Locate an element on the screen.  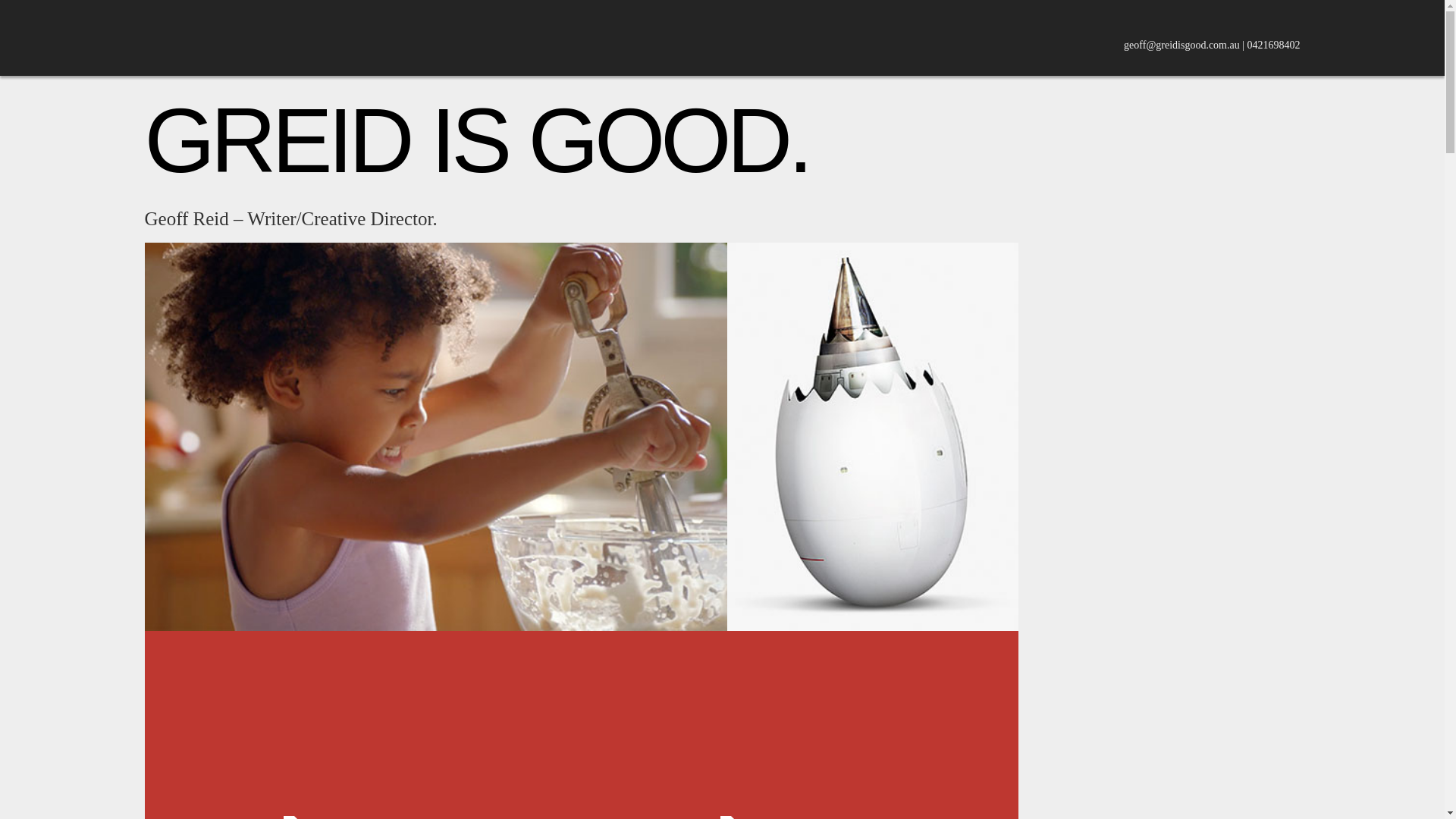
'geoff@greidisgood.com.au | 0421698402' is located at coordinates (1124, 44).